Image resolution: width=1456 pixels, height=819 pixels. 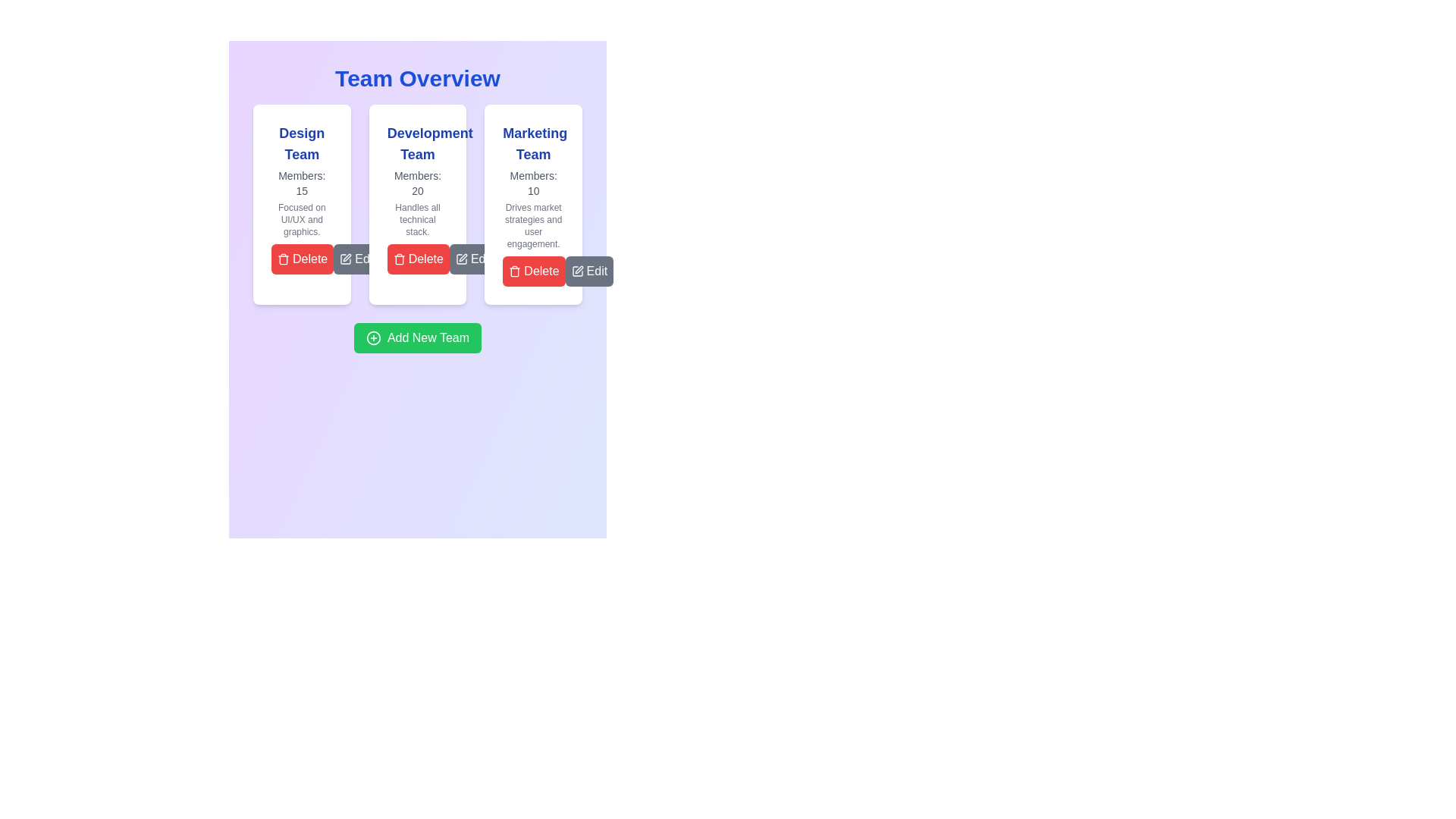 What do you see at coordinates (302, 259) in the screenshot?
I see `the 'Delete' button with a red background and white text, located in the 'Design Team' section` at bounding box center [302, 259].